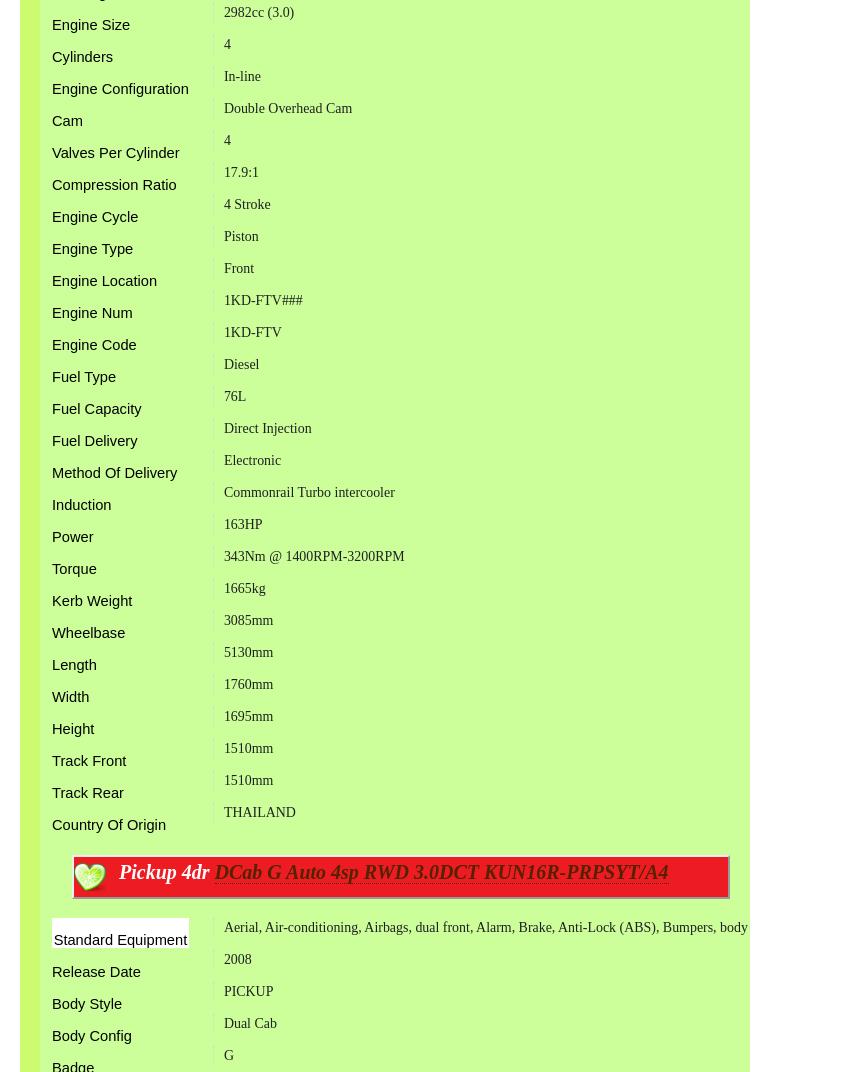 This screenshot has height=1072, width=845. I want to click on 'Fuel Delivery', so click(94, 440).